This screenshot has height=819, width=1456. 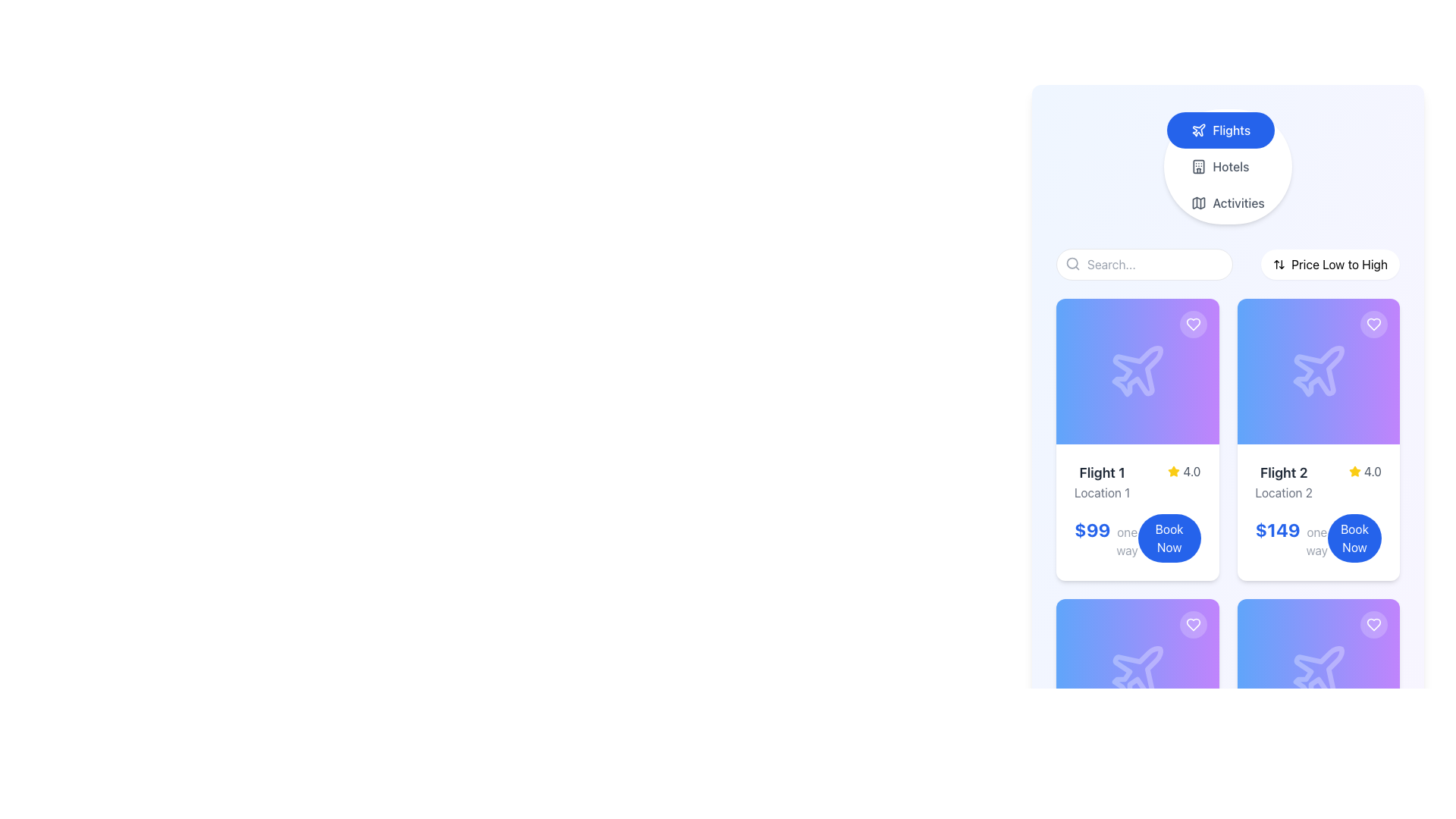 What do you see at coordinates (1173, 470) in the screenshot?
I see `the yellow star icon located near the top-right of the second card in the second column, which signifies a rating or favorite feature` at bounding box center [1173, 470].